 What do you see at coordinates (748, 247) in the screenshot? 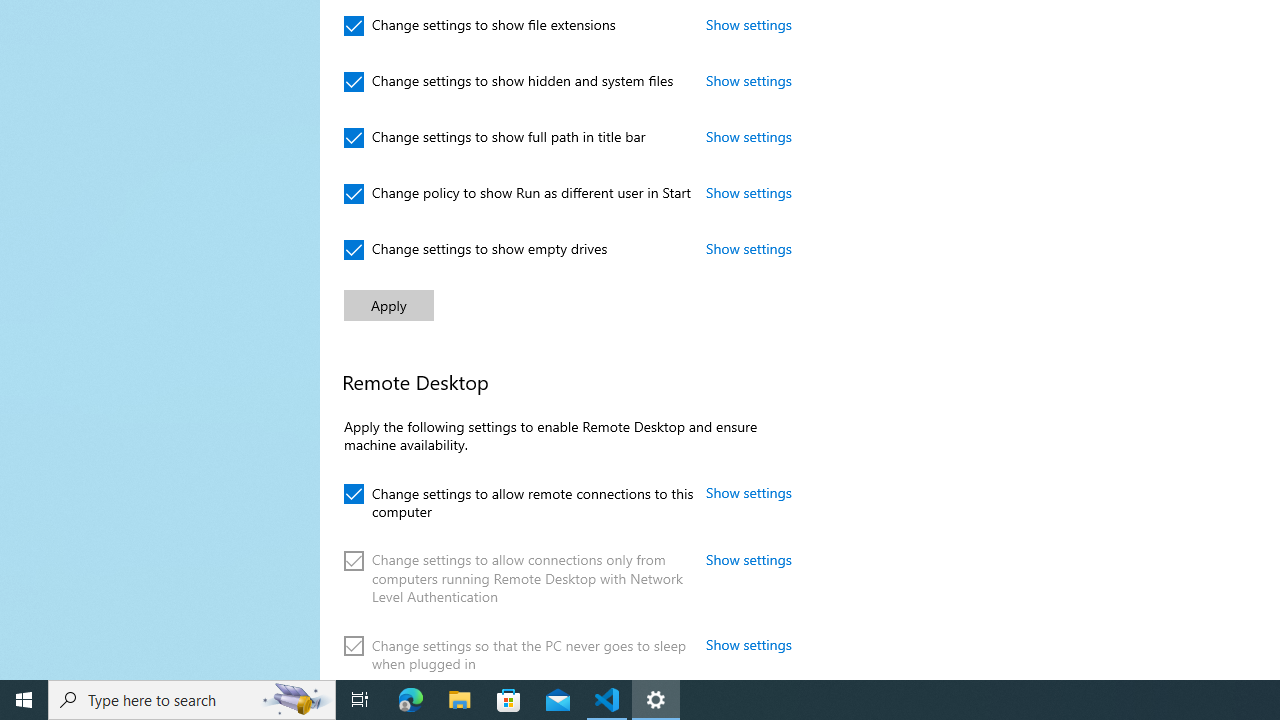
I see `'Show settings: Change settings to show empty drives'` at bounding box center [748, 247].